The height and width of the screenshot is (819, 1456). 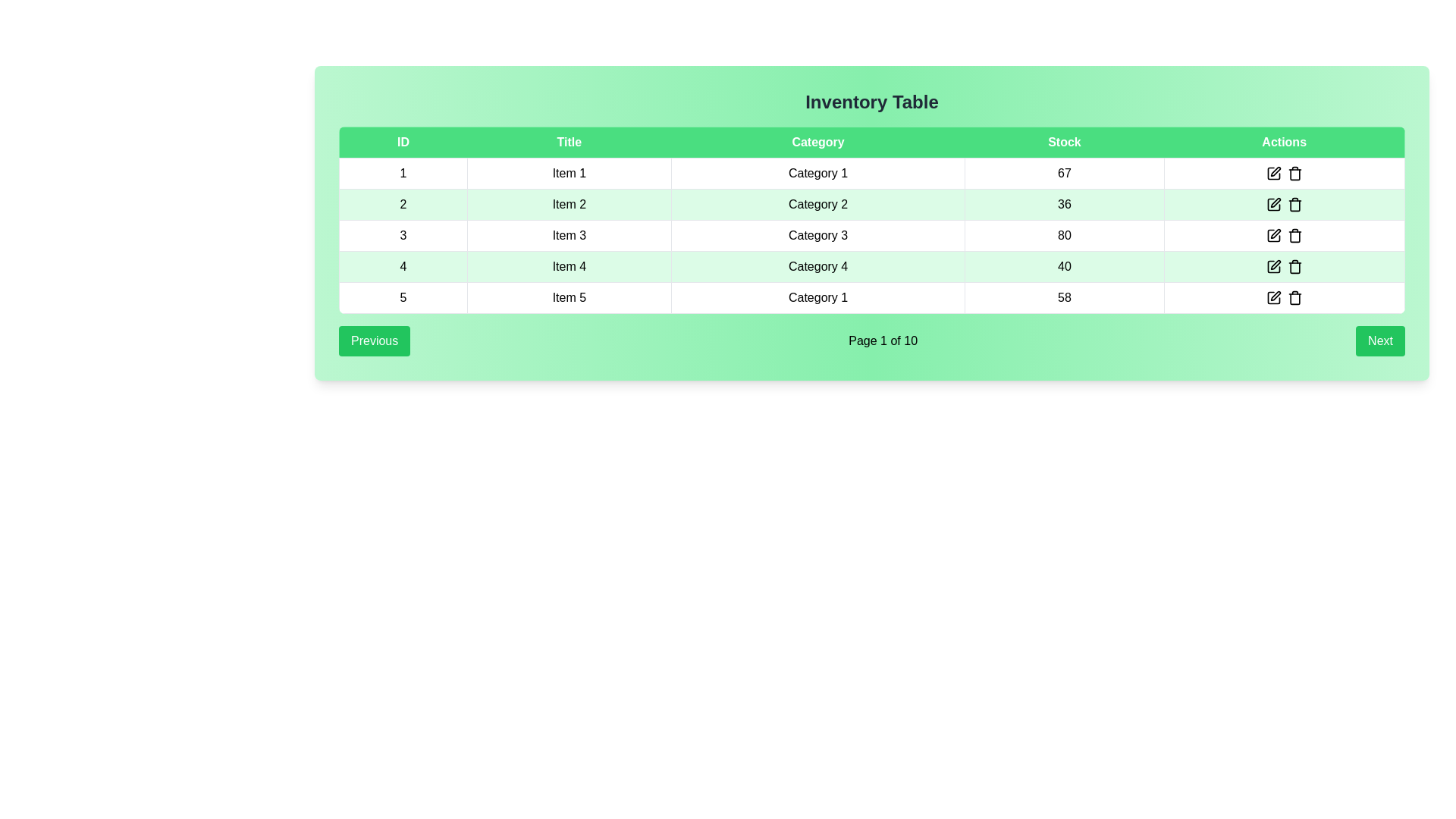 What do you see at coordinates (872, 102) in the screenshot?
I see `the text label or heading that provides a title for the table, located at the top center of a box with a green gradient background` at bounding box center [872, 102].